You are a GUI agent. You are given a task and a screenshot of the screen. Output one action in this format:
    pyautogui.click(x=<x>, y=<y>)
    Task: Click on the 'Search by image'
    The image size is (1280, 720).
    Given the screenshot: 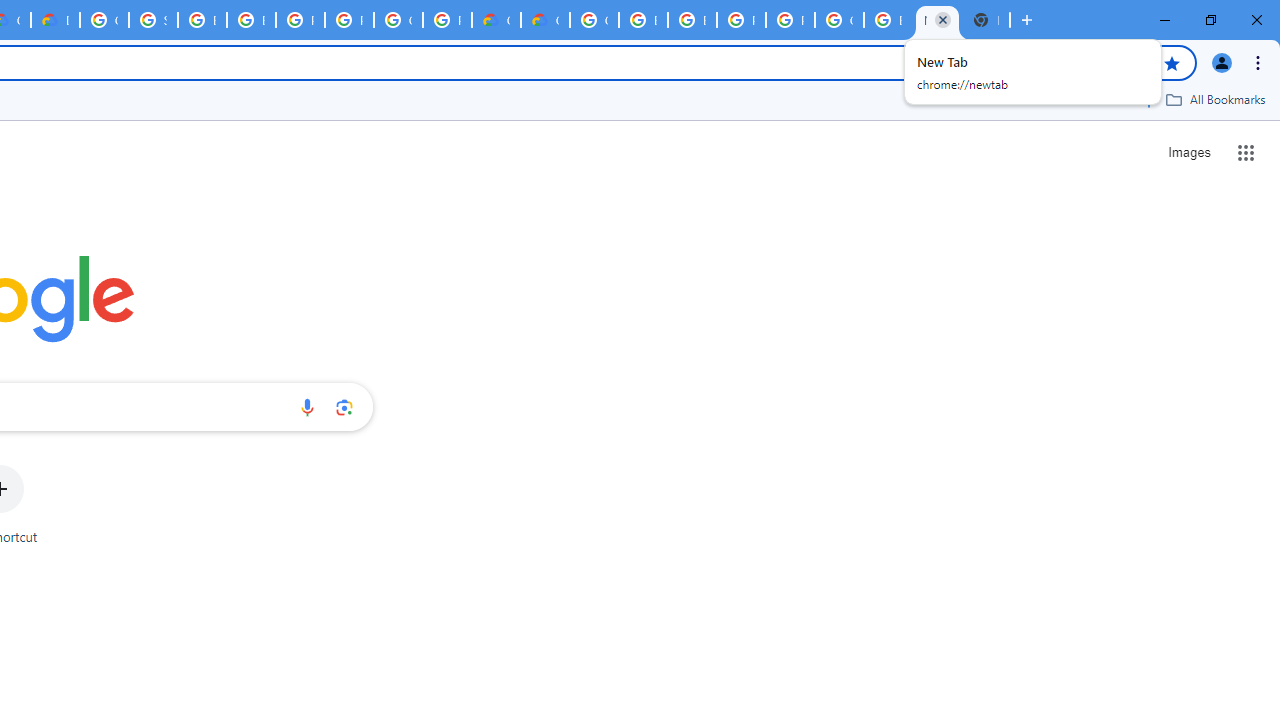 What is the action you would take?
    pyautogui.click(x=344, y=406)
    